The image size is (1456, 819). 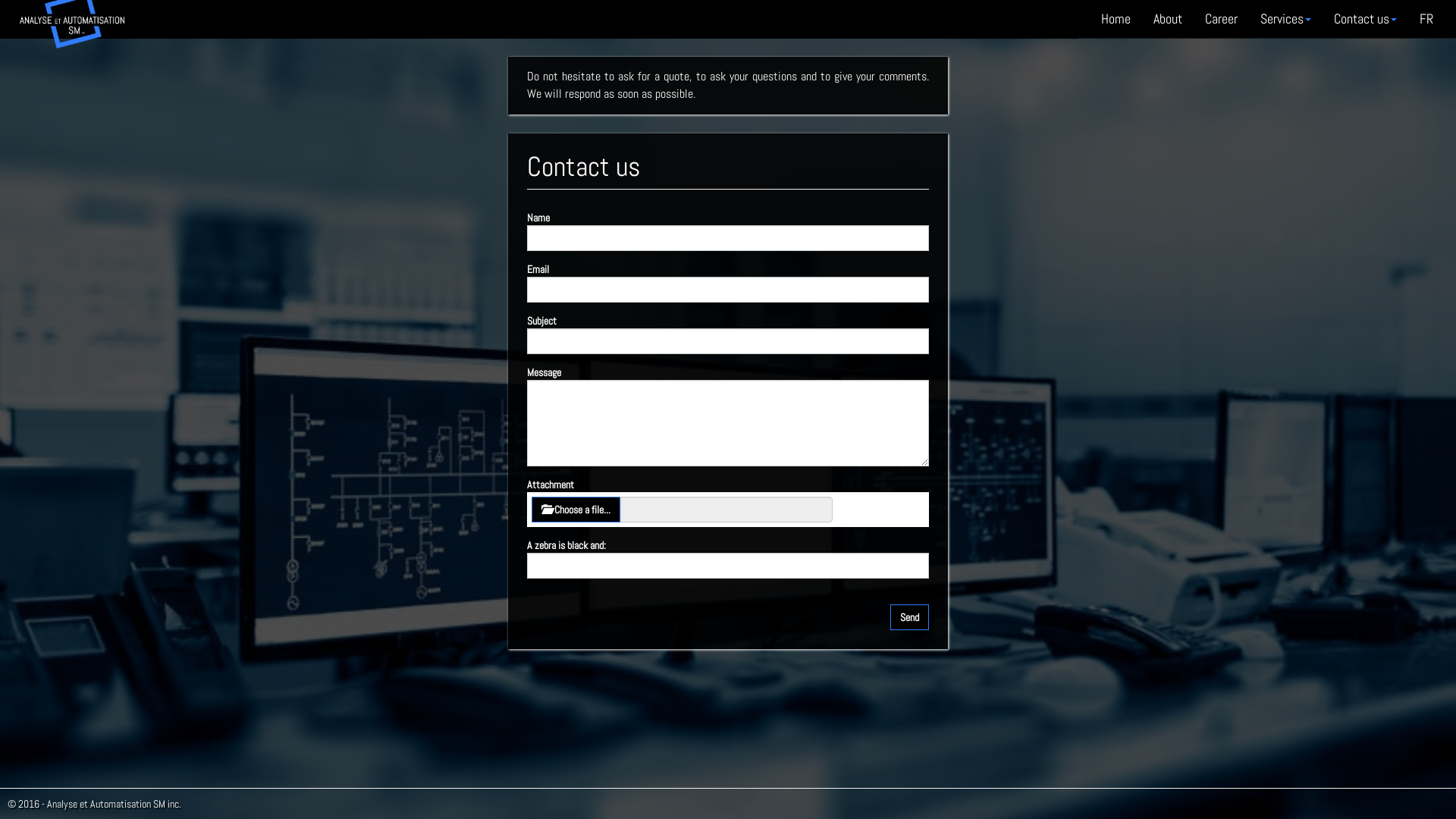 I want to click on 'FR', so click(x=1426, y=18).